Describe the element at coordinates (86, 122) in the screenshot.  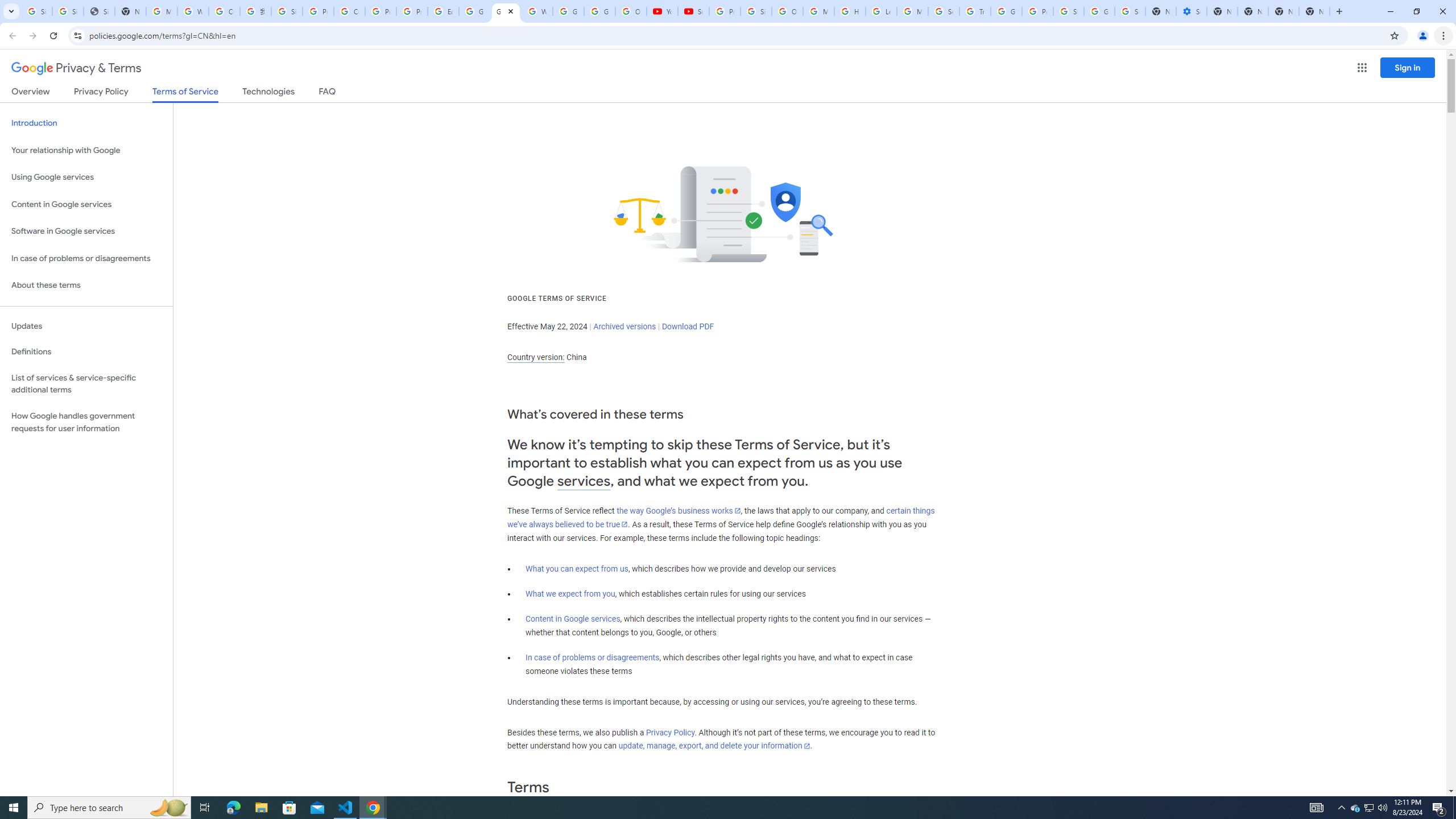
I see `'Introduction'` at that location.